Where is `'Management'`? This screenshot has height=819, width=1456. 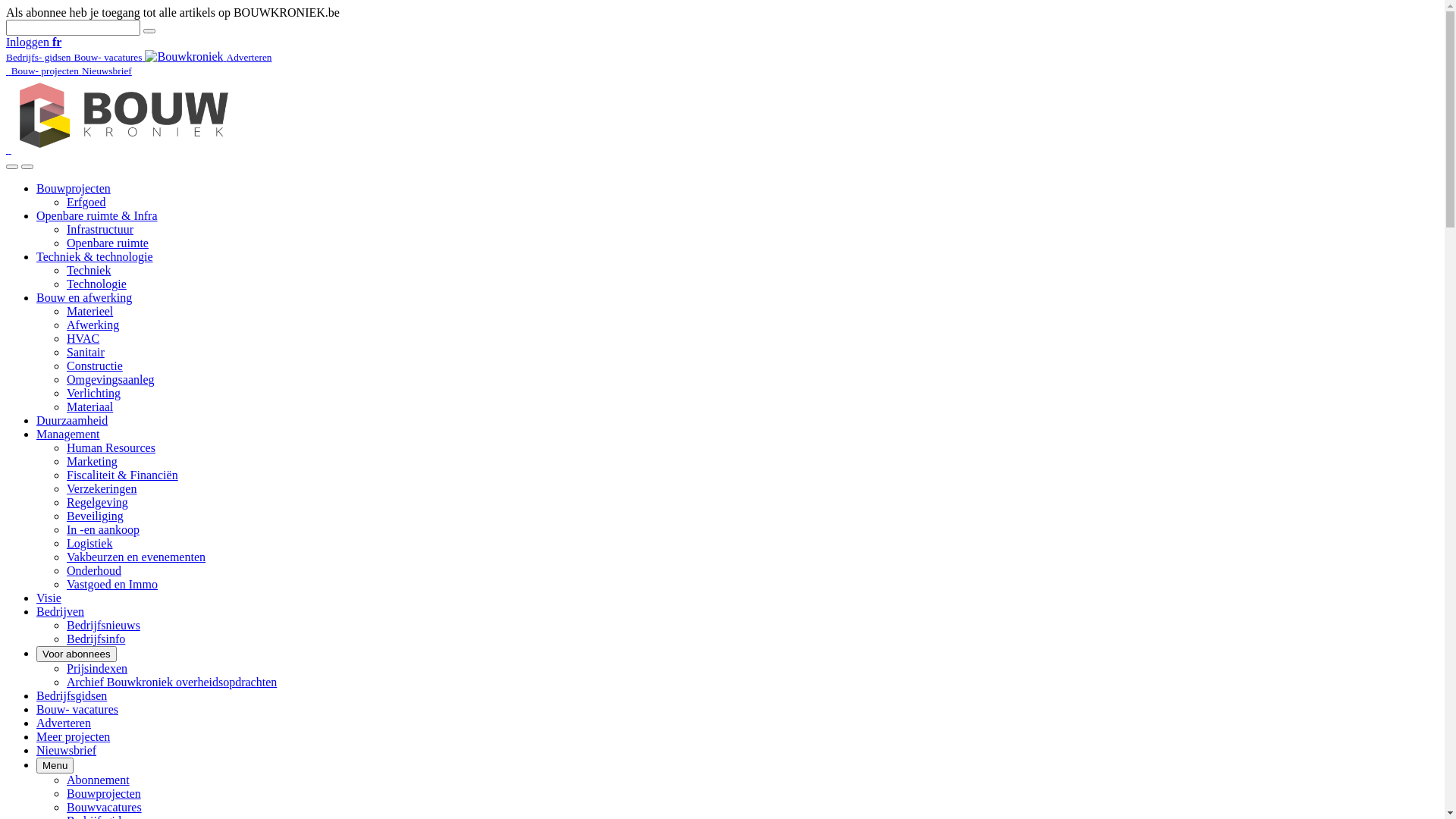
'Management' is located at coordinates (36, 434).